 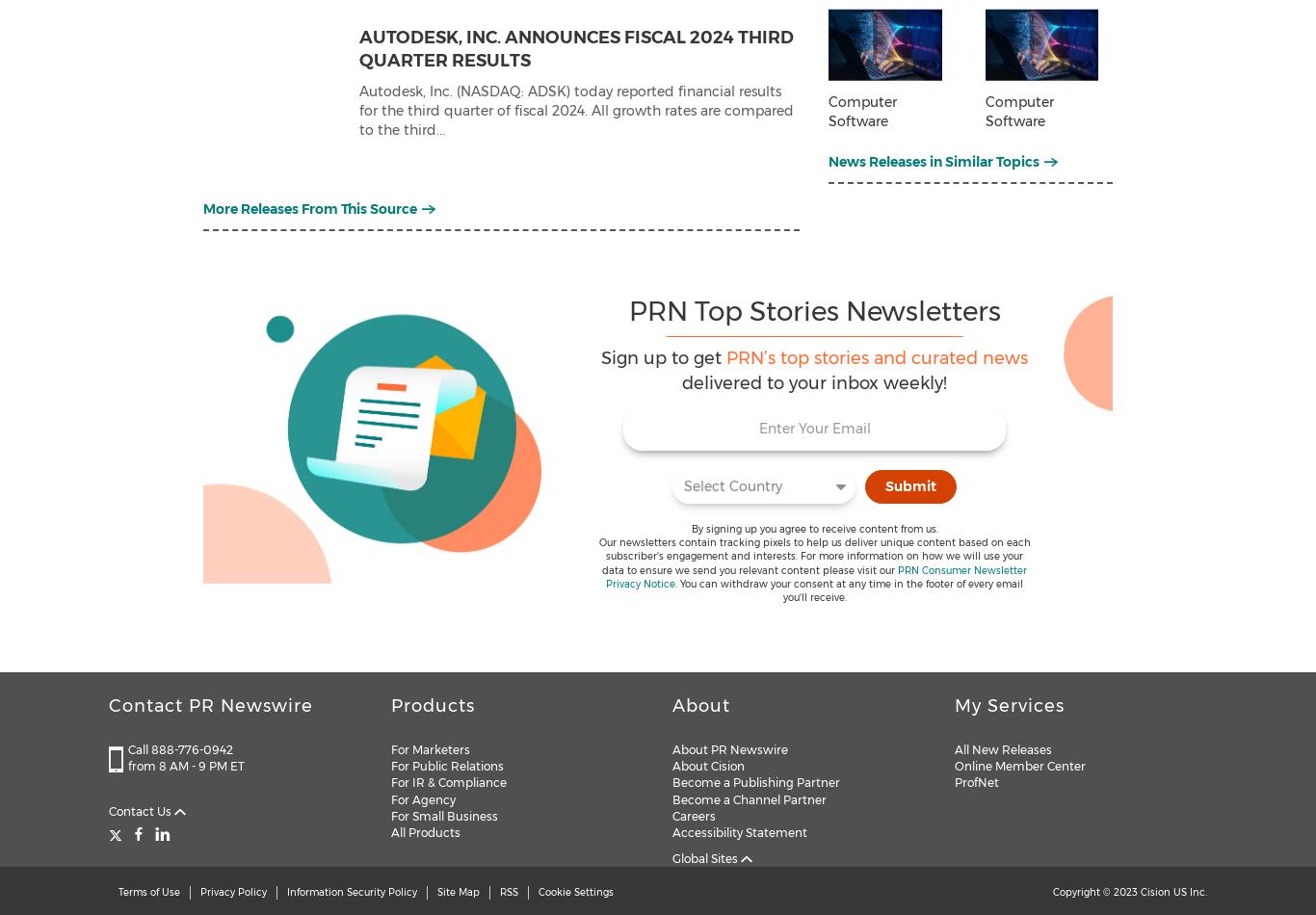 I want to click on 'About', so click(x=672, y=705).